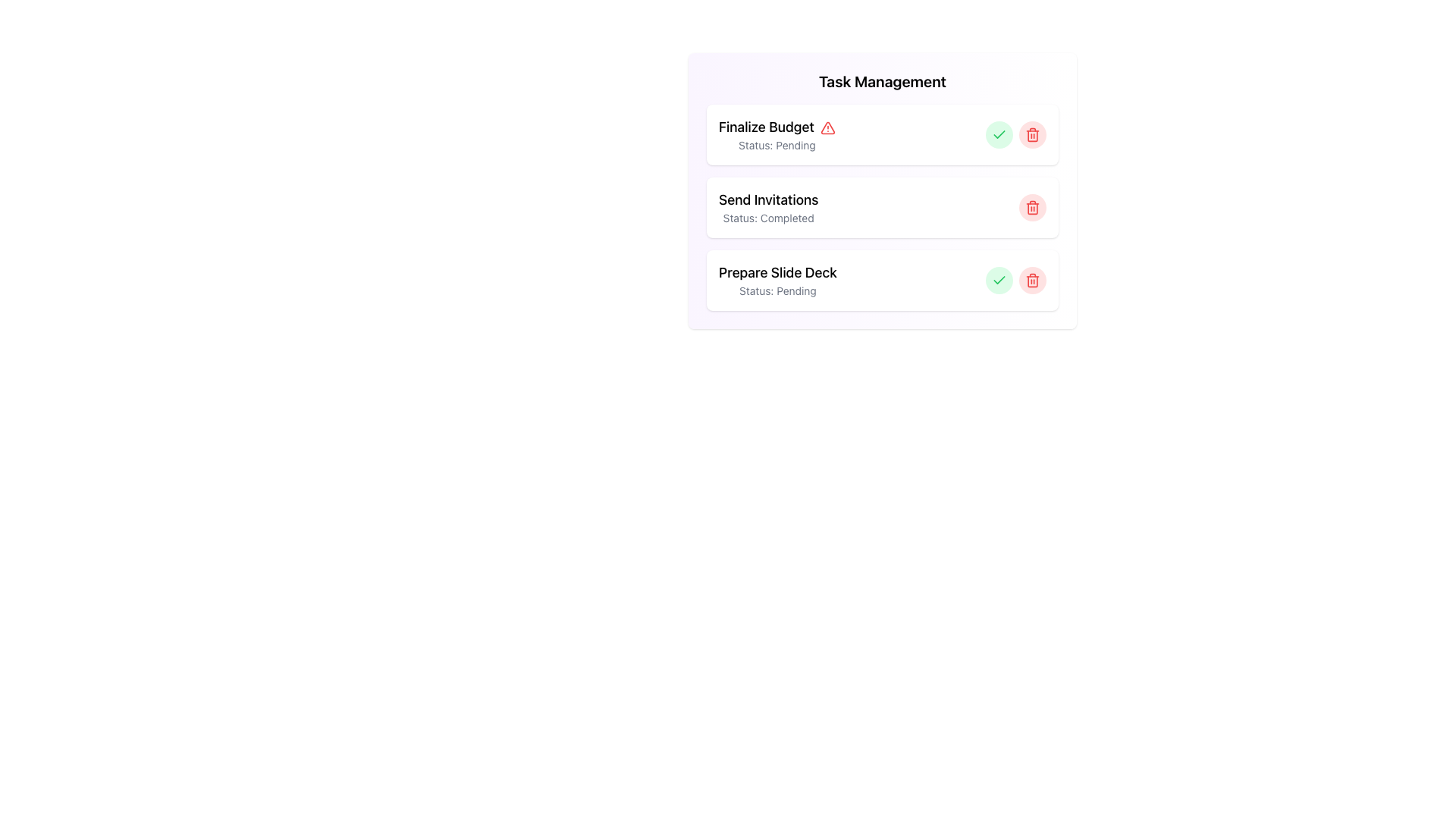 This screenshot has width=1456, height=819. What do you see at coordinates (1032, 133) in the screenshot?
I see `the red trash can icon button located in the top-right corner of the 'Finalize Budget' task entry` at bounding box center [1032, 133].